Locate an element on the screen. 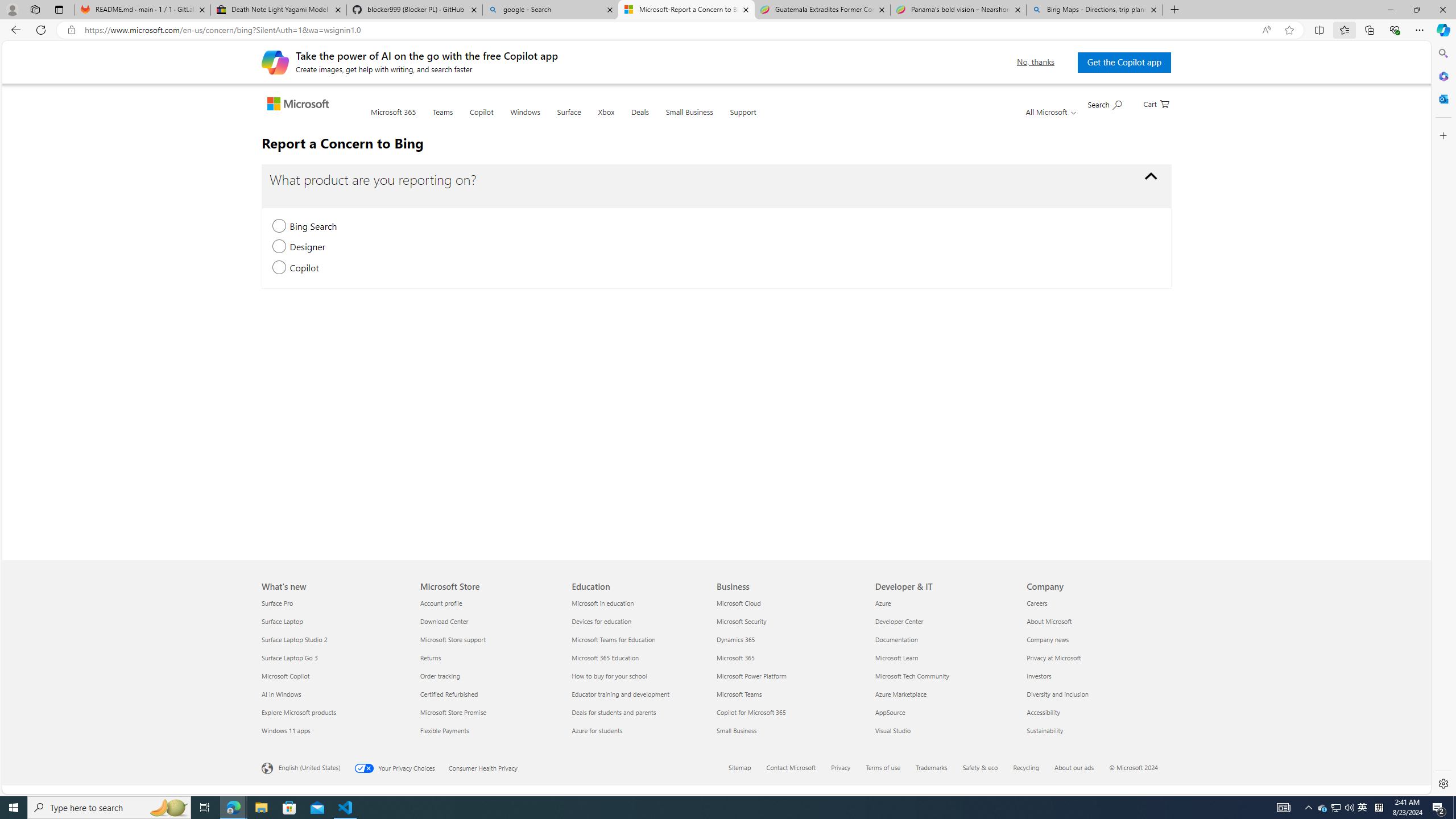  'Microsoft Security Business' is located at coordinates (742, 621).